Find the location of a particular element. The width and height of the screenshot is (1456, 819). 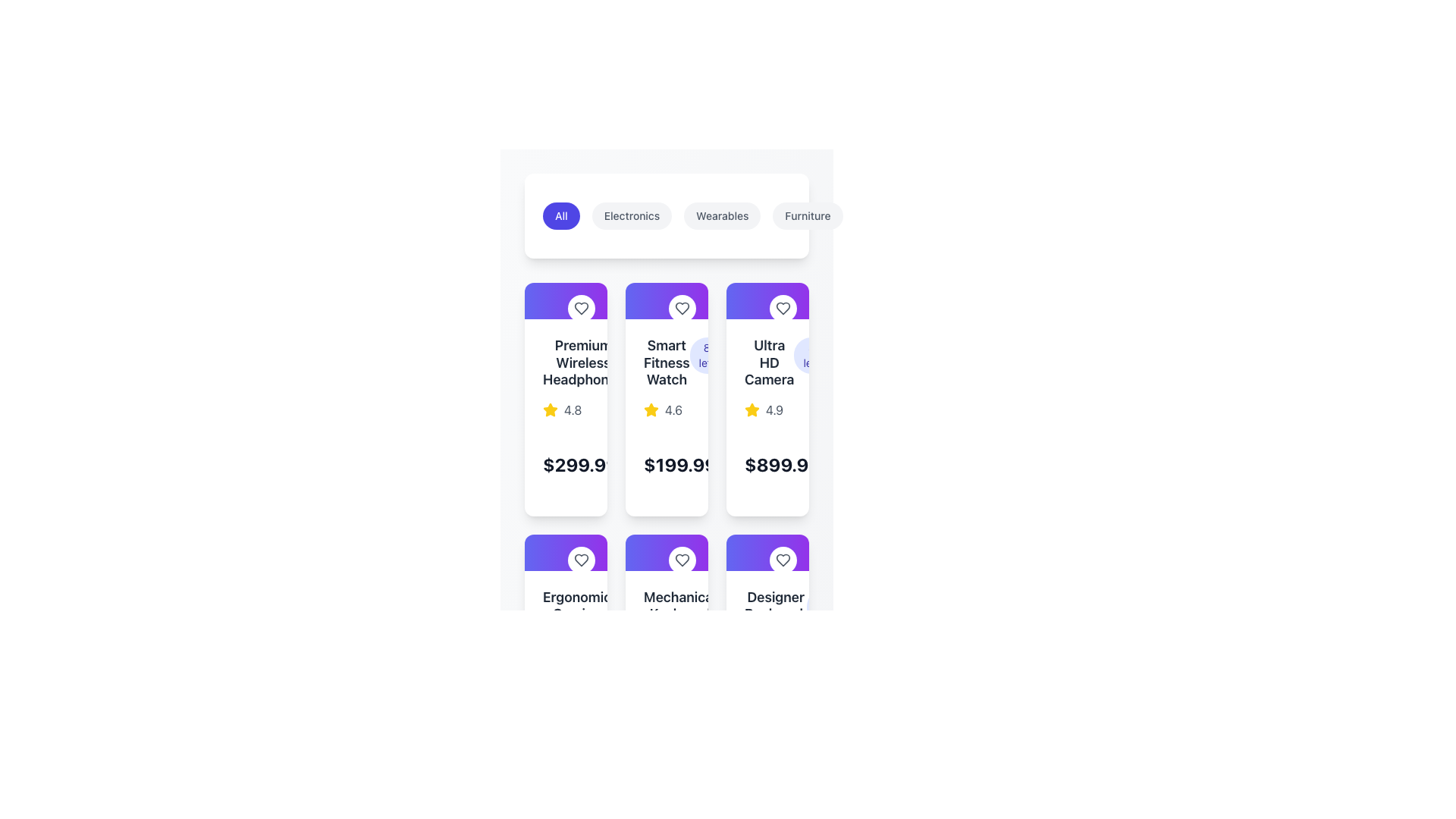

the text display component that shows 'Smart Fitness Watch' and '8 left', located at the top of the second card in the product list is located at coordinates (667, 362).